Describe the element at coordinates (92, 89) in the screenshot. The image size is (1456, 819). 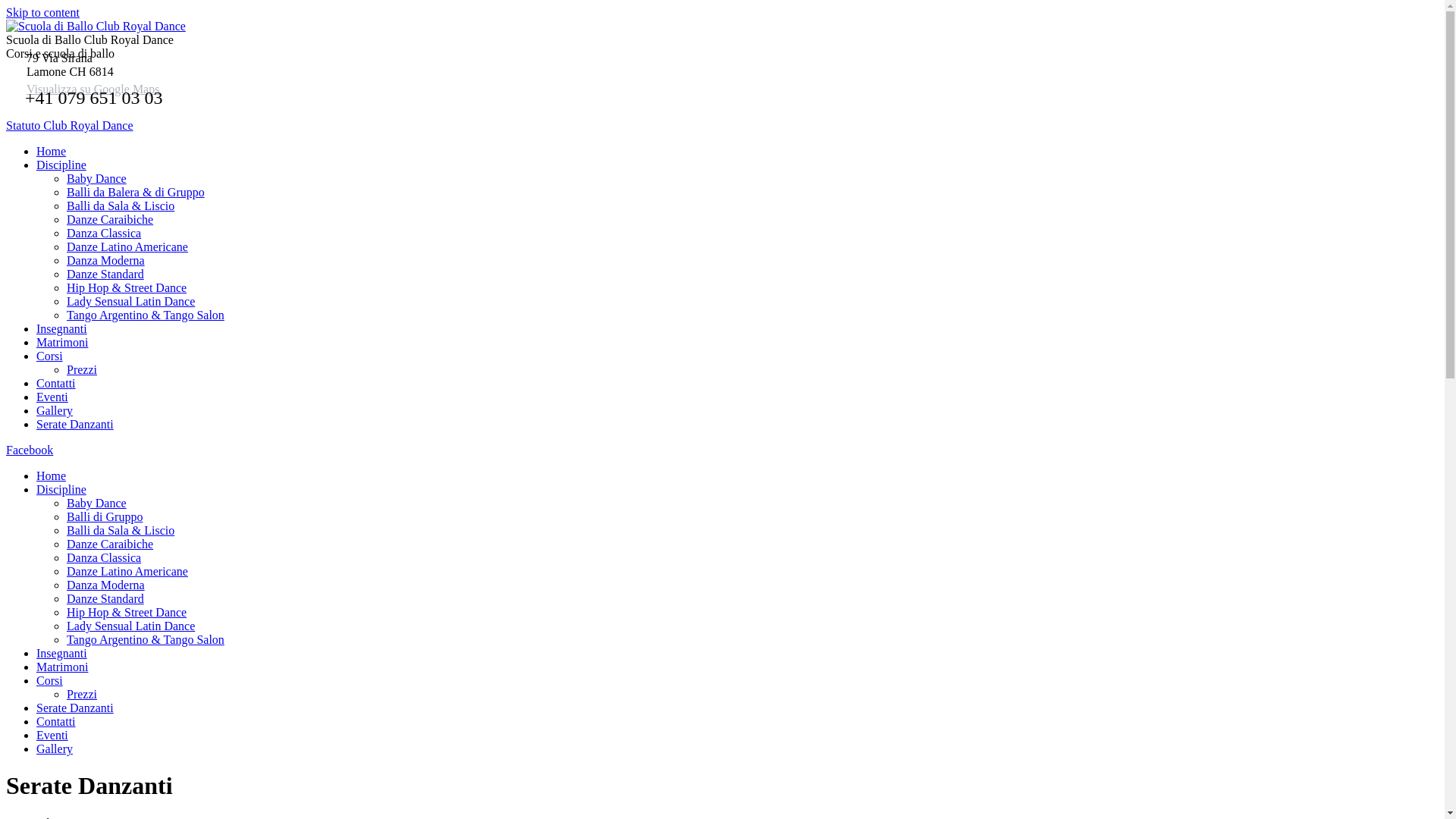
I see `'Visualizza su Google Maps'` at that location.